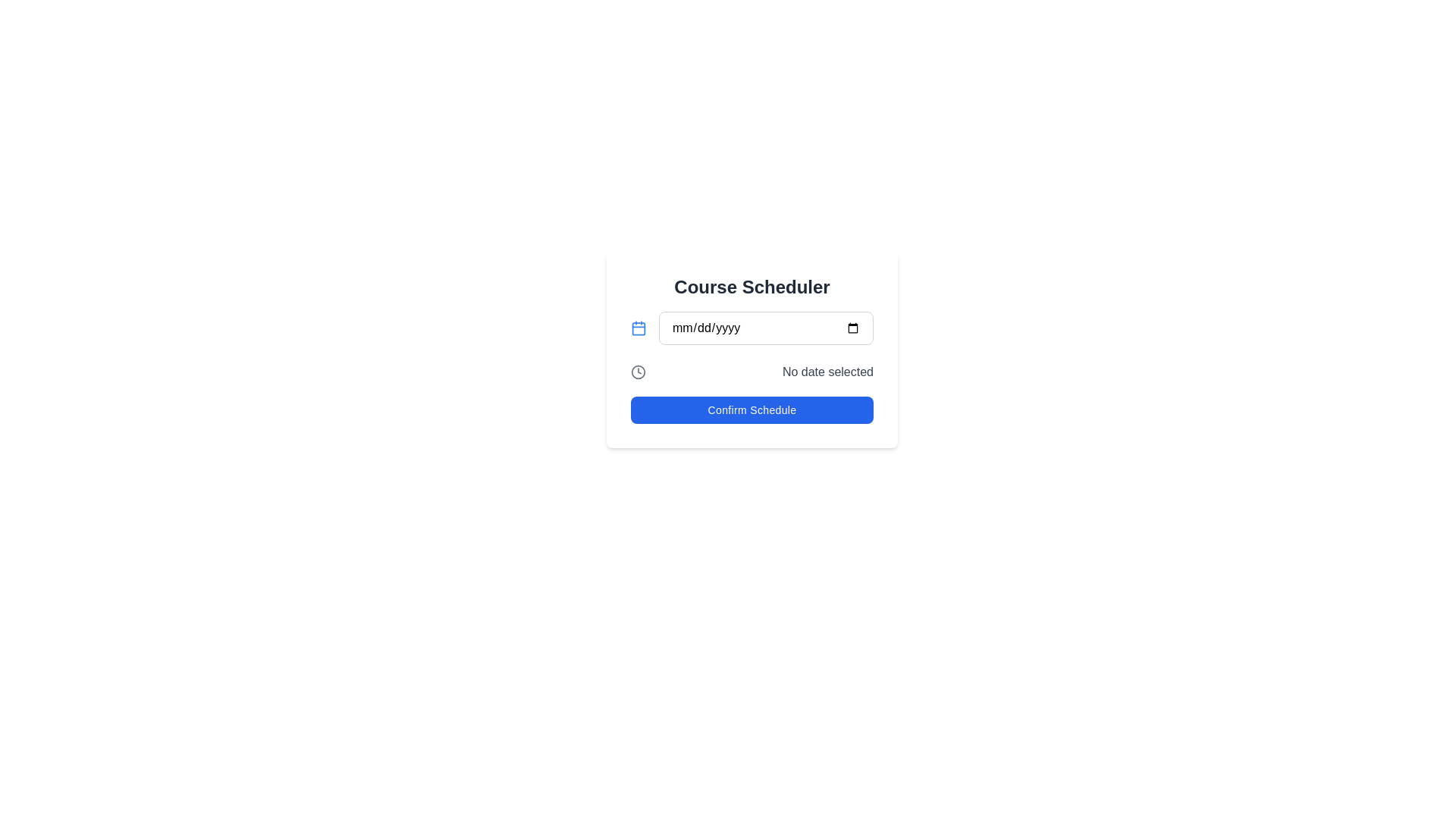 The height and width of the screenshot is (819, 1456). What do you see at coordinates (639, 328) in the screenshot?
I see `the rounded rectangle within the calendar icon that contributes to the date selection widget, located left of the 'mm/dd/yyyy' text box` at bounding box center [639, 328].